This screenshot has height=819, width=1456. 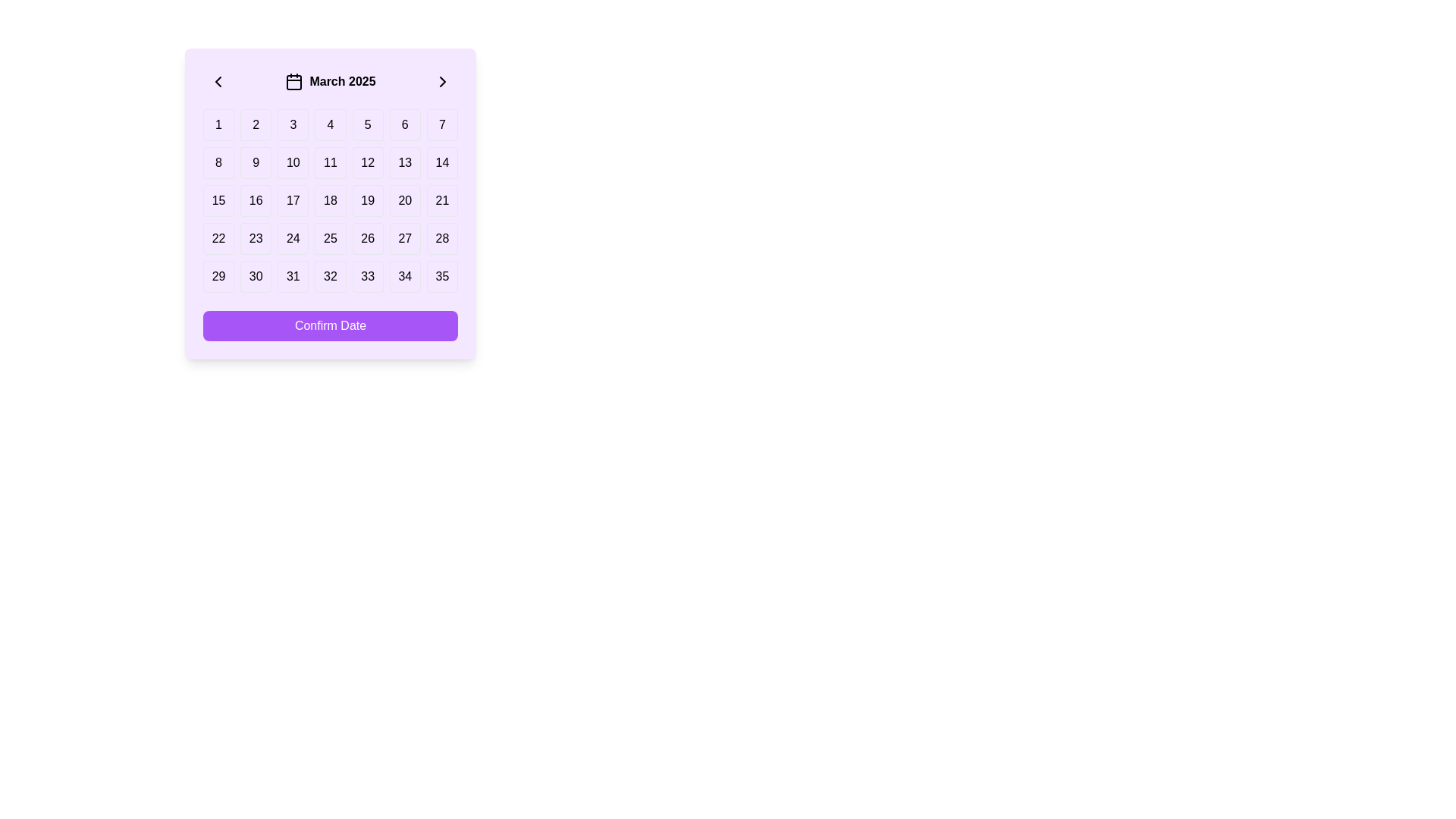 What do you see at coordinates (256, 239) in the screenshot?
I see `the square button displaying the number '23'` at bounding box center [256, 239].